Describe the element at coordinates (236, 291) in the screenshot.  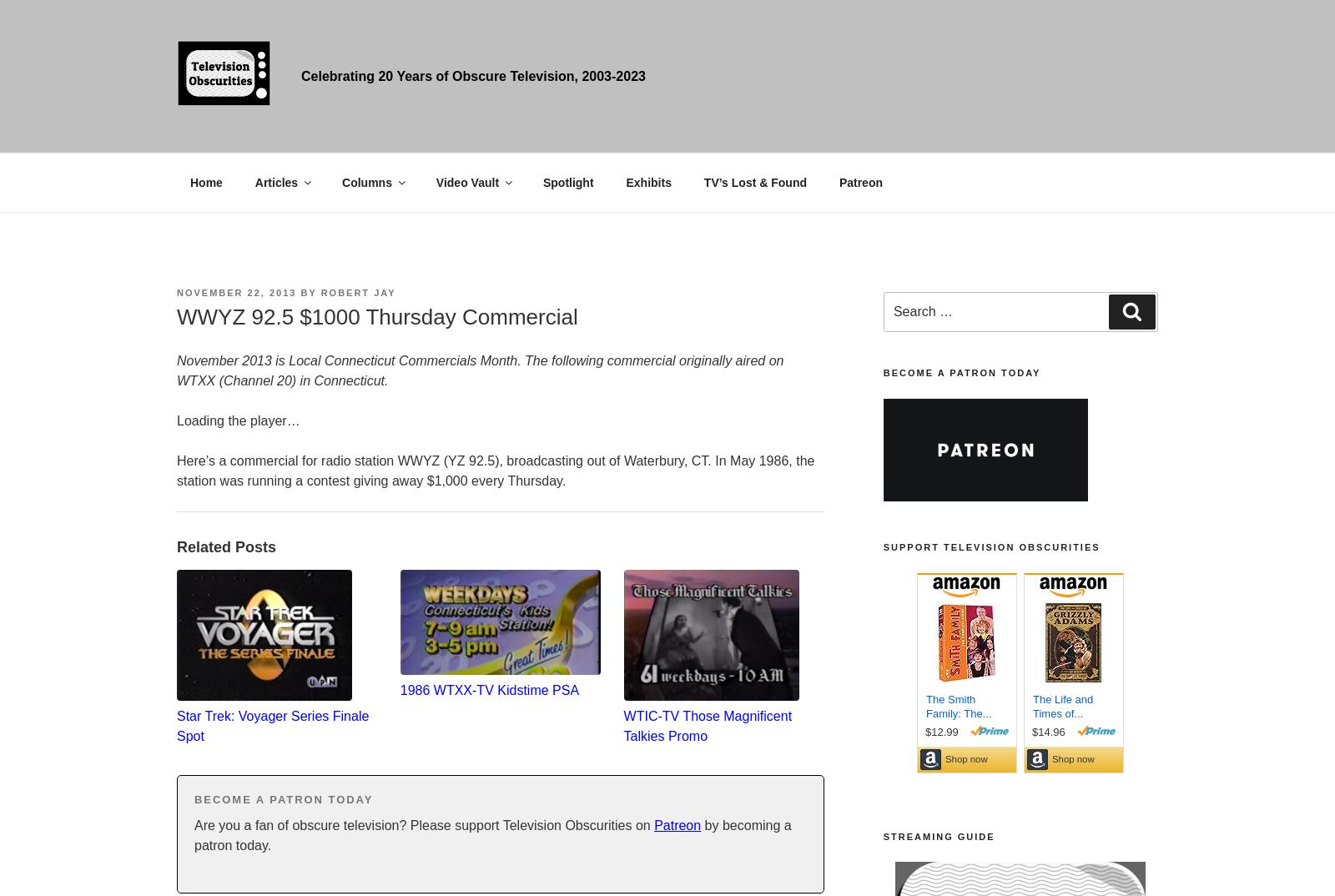
I see `'November 22, 2013'` at that location.